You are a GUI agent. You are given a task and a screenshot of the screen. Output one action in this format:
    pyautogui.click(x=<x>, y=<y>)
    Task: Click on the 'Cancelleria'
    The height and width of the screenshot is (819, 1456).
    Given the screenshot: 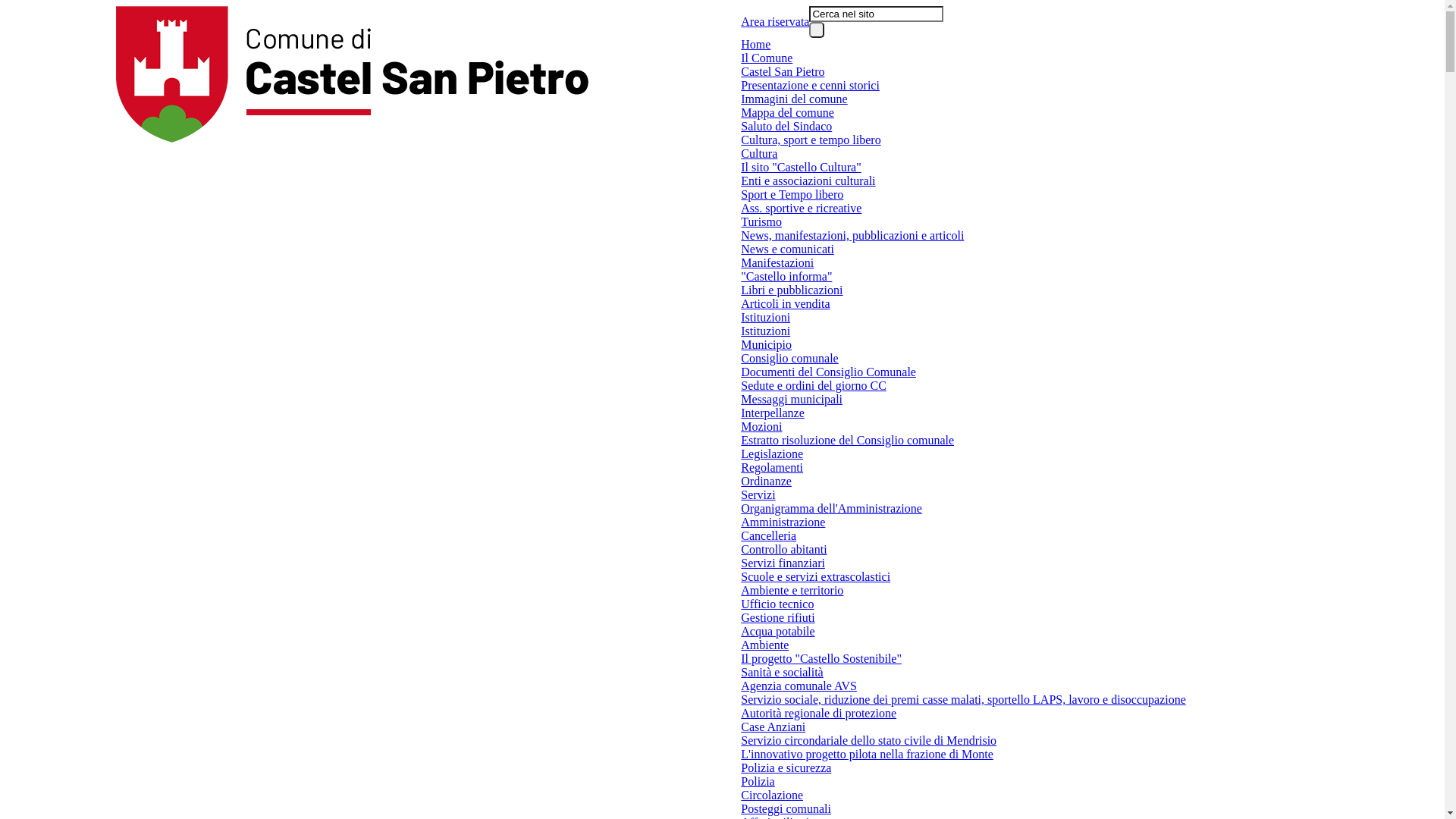 What is the action you would take?
    pyautogui.click(x=768, y=535)
    